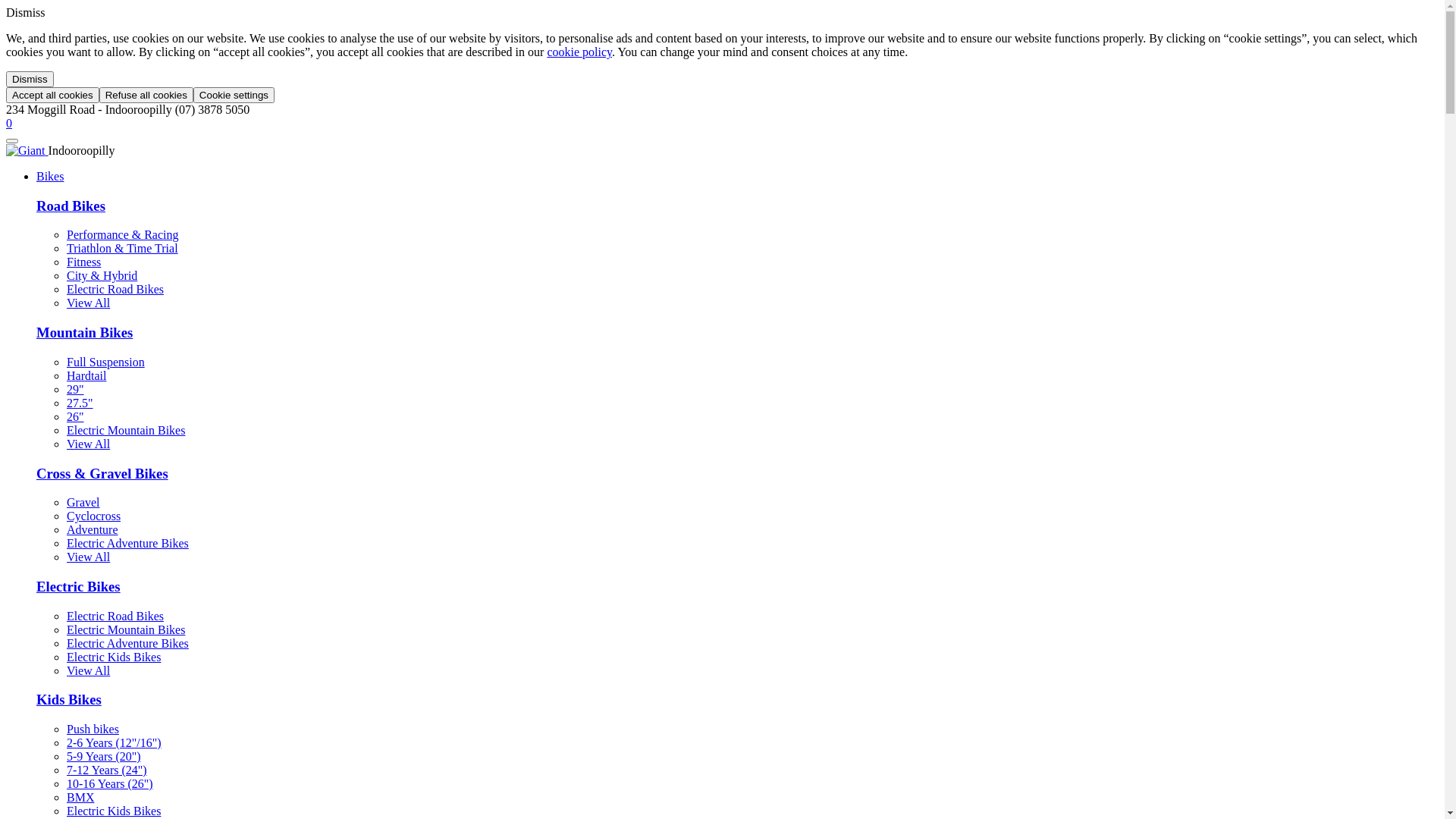 This screenshot has width=1456, height=819. I want to click on 'Triathlon & Time Trial', so click(122, 247).